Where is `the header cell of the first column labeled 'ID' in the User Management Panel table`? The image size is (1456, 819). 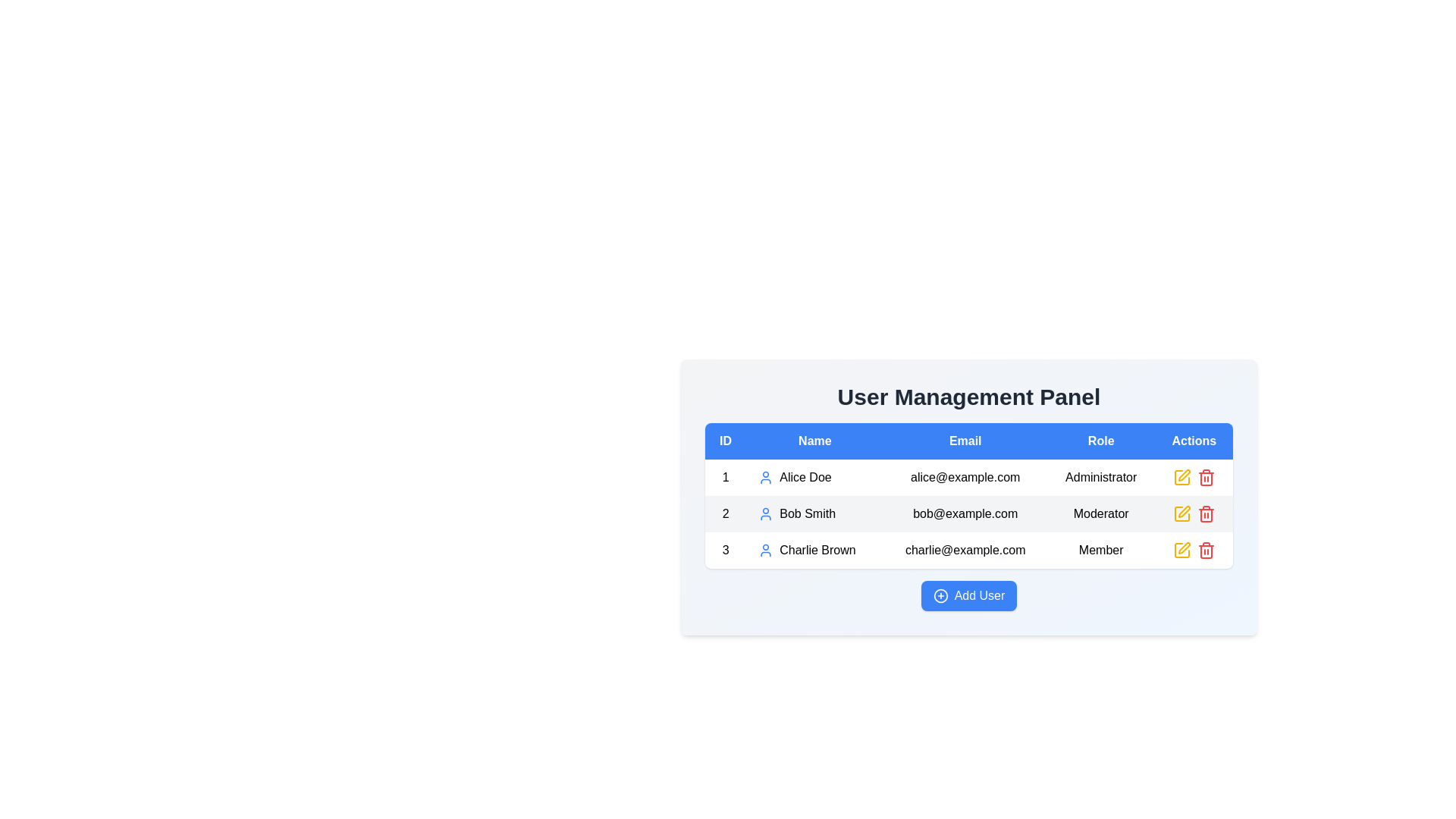 the header cell of the first column labeled 'ID' in the User Management Panel table is located at coordinates (725, 441).